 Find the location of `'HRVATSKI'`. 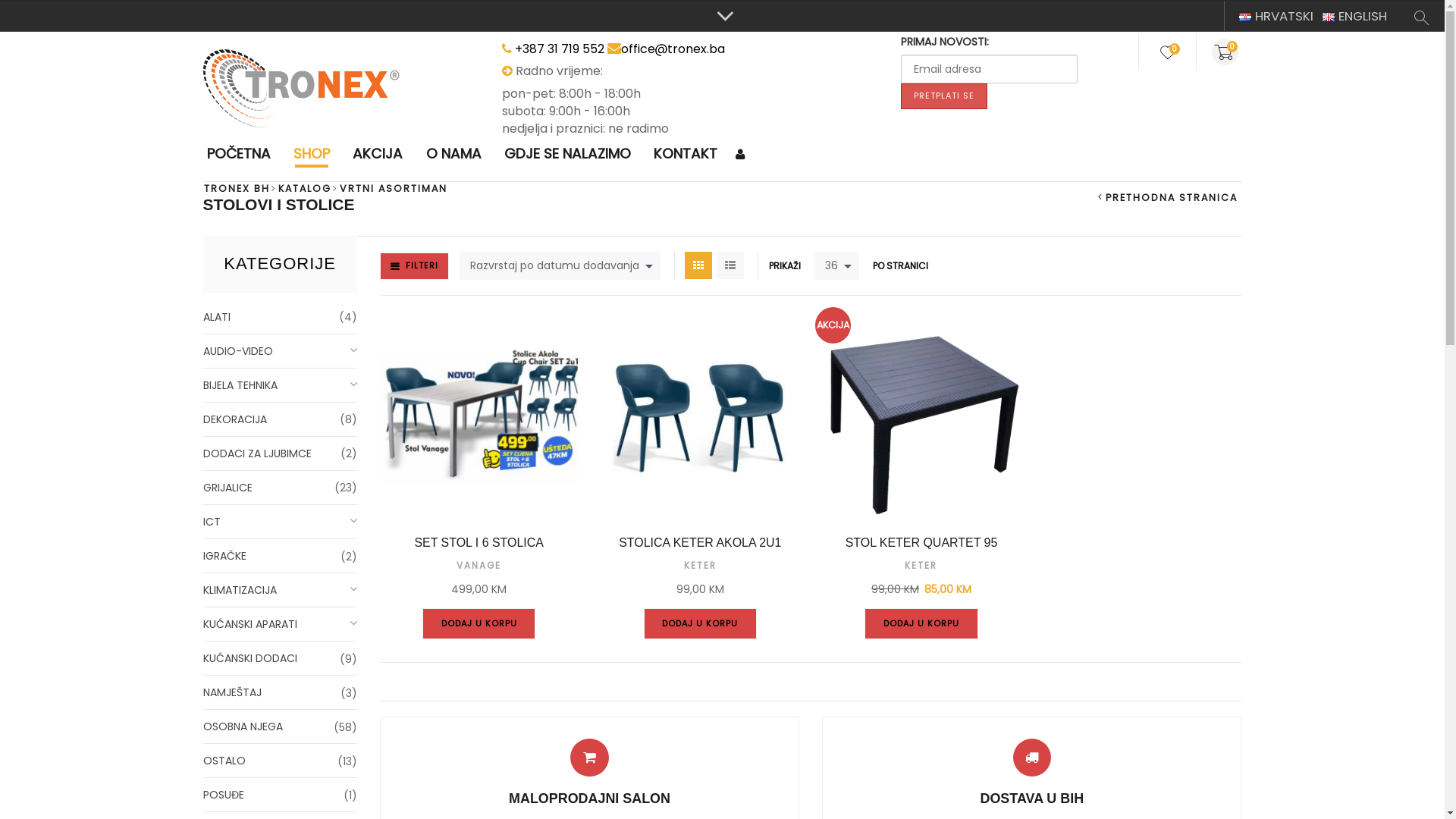

'HRVATSKI' is located at coordinates (1276, 15).